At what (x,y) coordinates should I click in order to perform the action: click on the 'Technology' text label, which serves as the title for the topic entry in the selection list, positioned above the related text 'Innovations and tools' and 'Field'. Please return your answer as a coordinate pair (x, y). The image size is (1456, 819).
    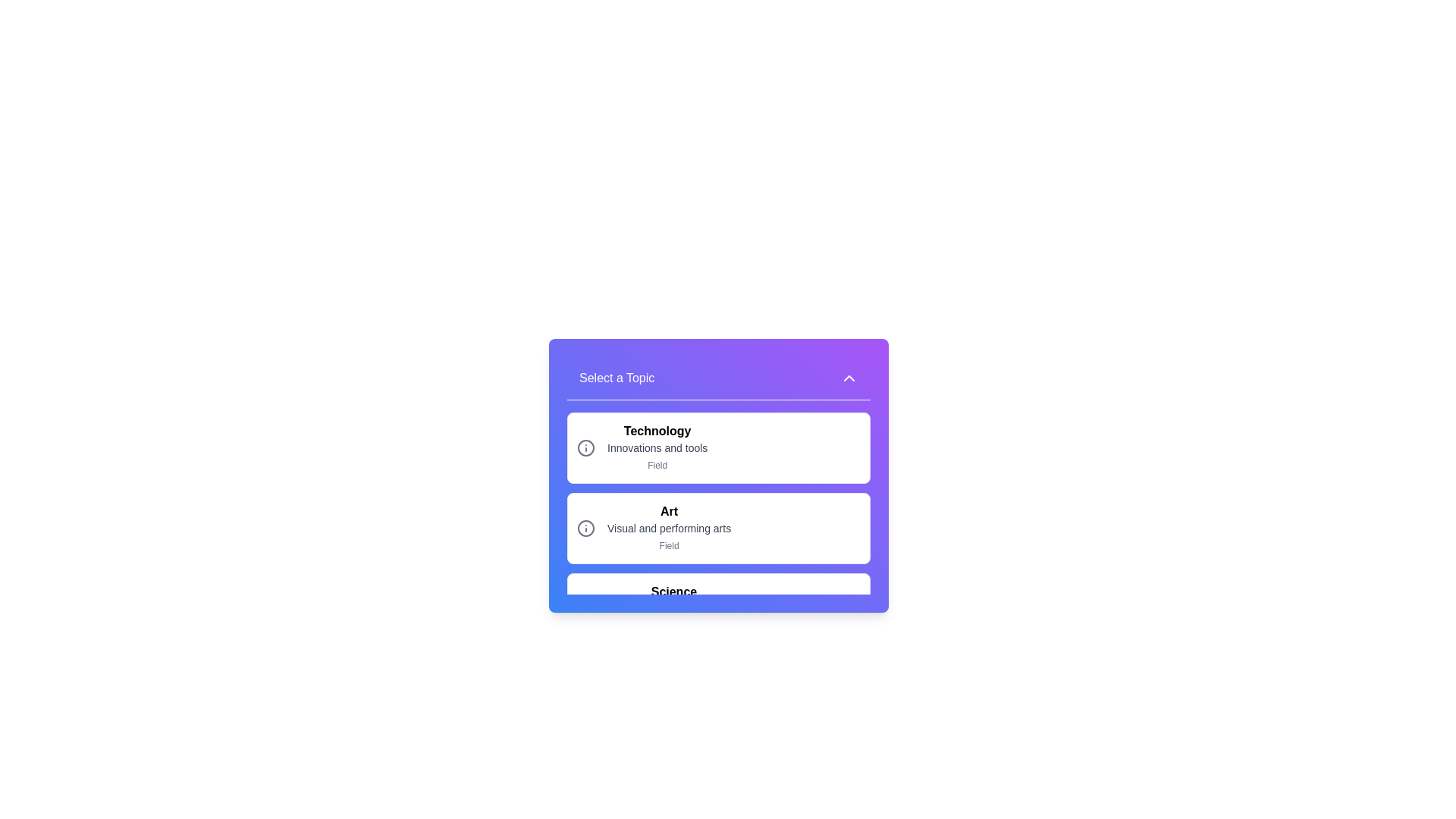
    Looking at the image, I should click on (657, 431).